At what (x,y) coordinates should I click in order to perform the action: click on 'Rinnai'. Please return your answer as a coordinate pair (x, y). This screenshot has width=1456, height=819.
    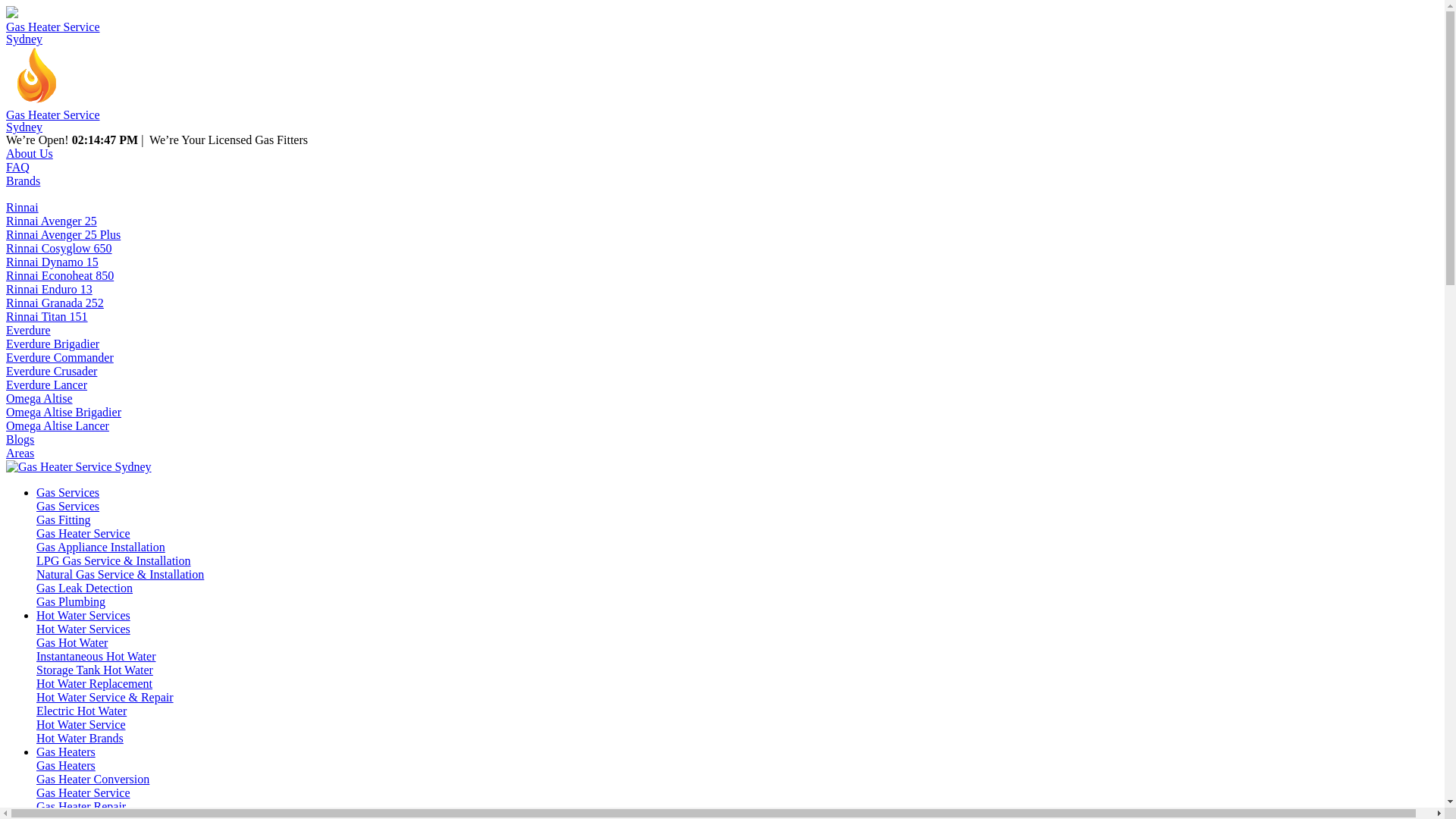
    Looking at the image, I should click on (22, 207).